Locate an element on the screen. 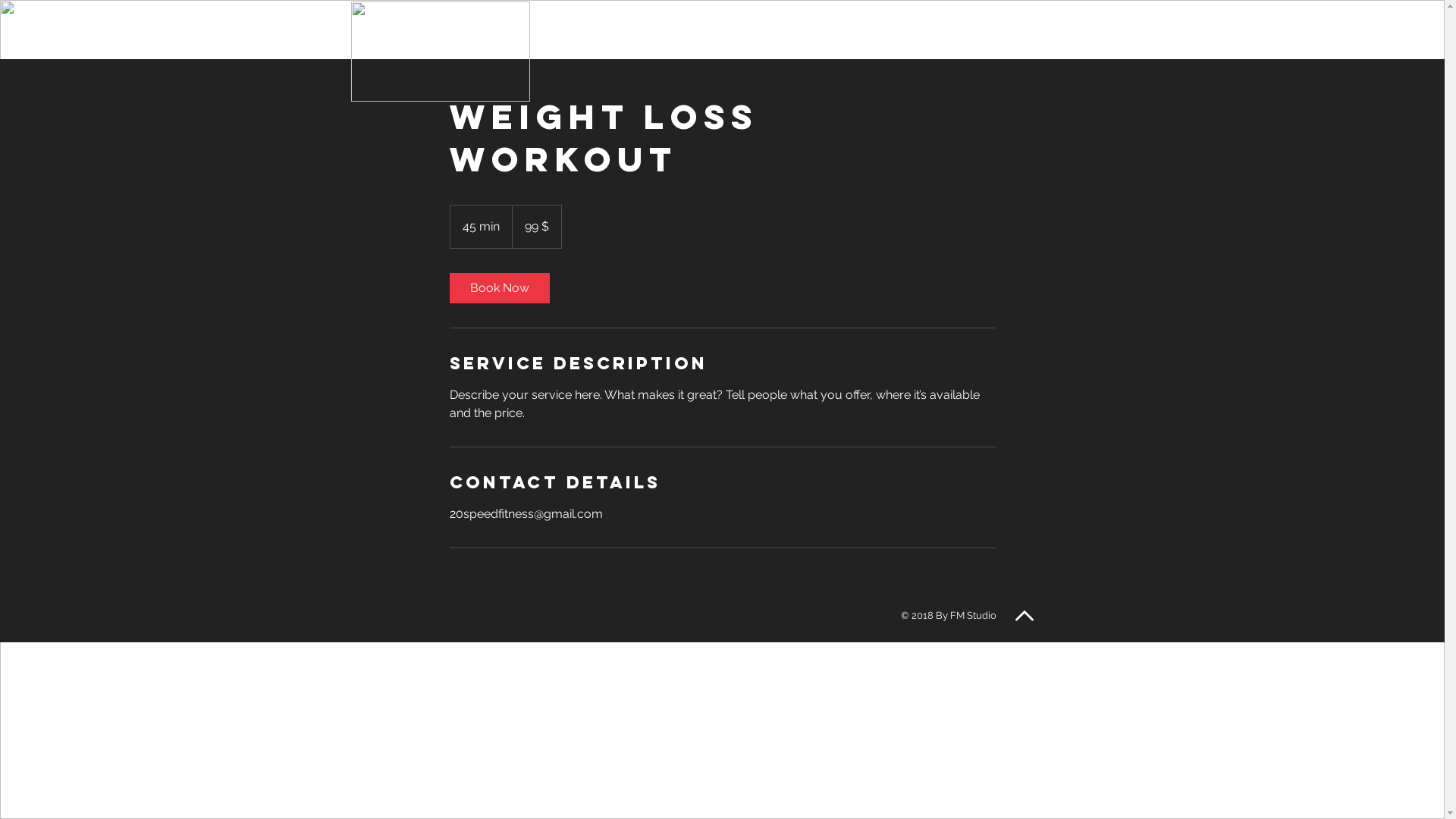 Image resolution: width=1456 pixels, height=819 pixels. 'Book Now' is located at coordinates (498, 288).